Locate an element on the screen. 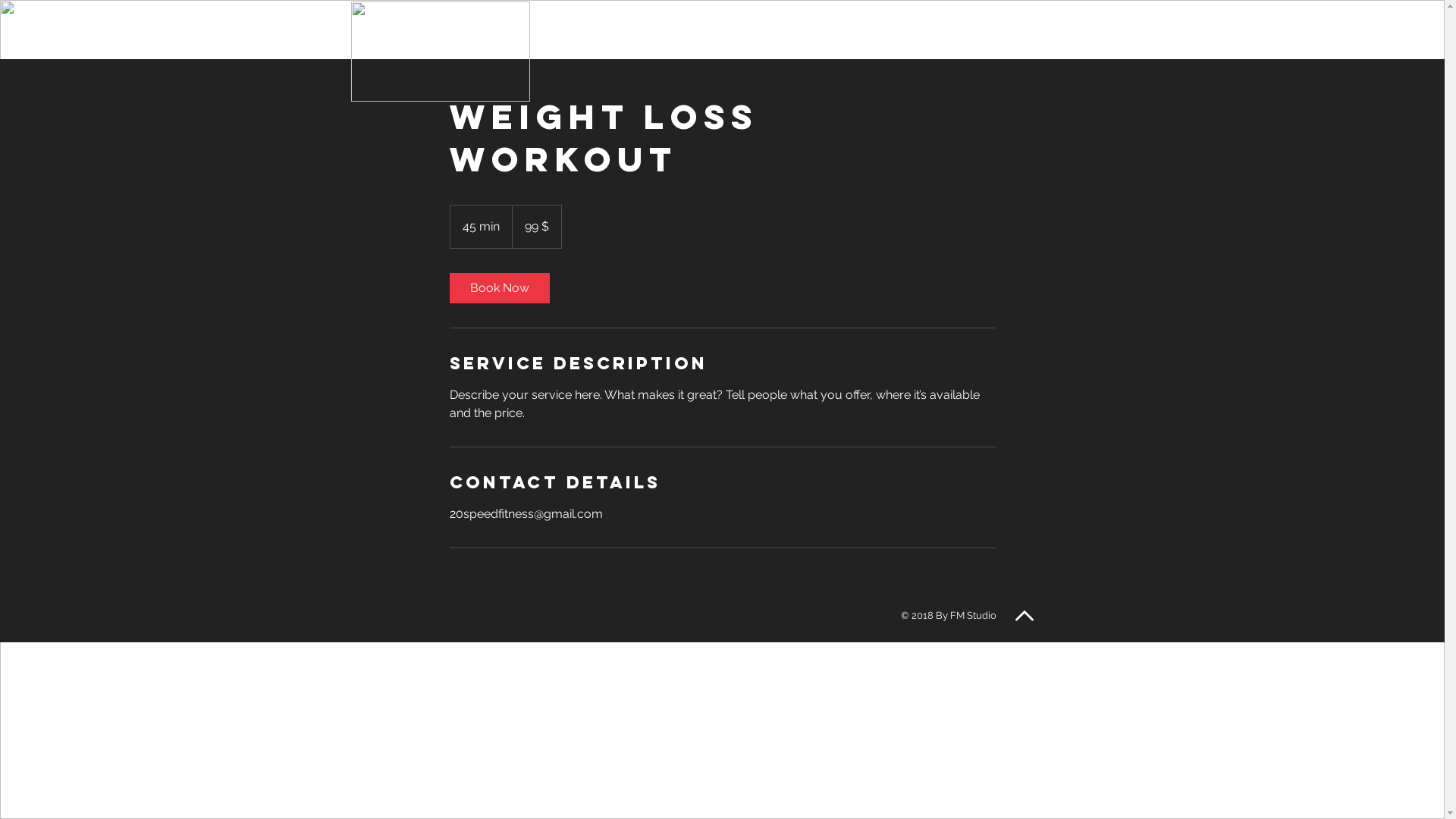 Image resolution: width=1456 pixels, height=819 pixels. 'Book Now' is located at coordinates (498, 288).